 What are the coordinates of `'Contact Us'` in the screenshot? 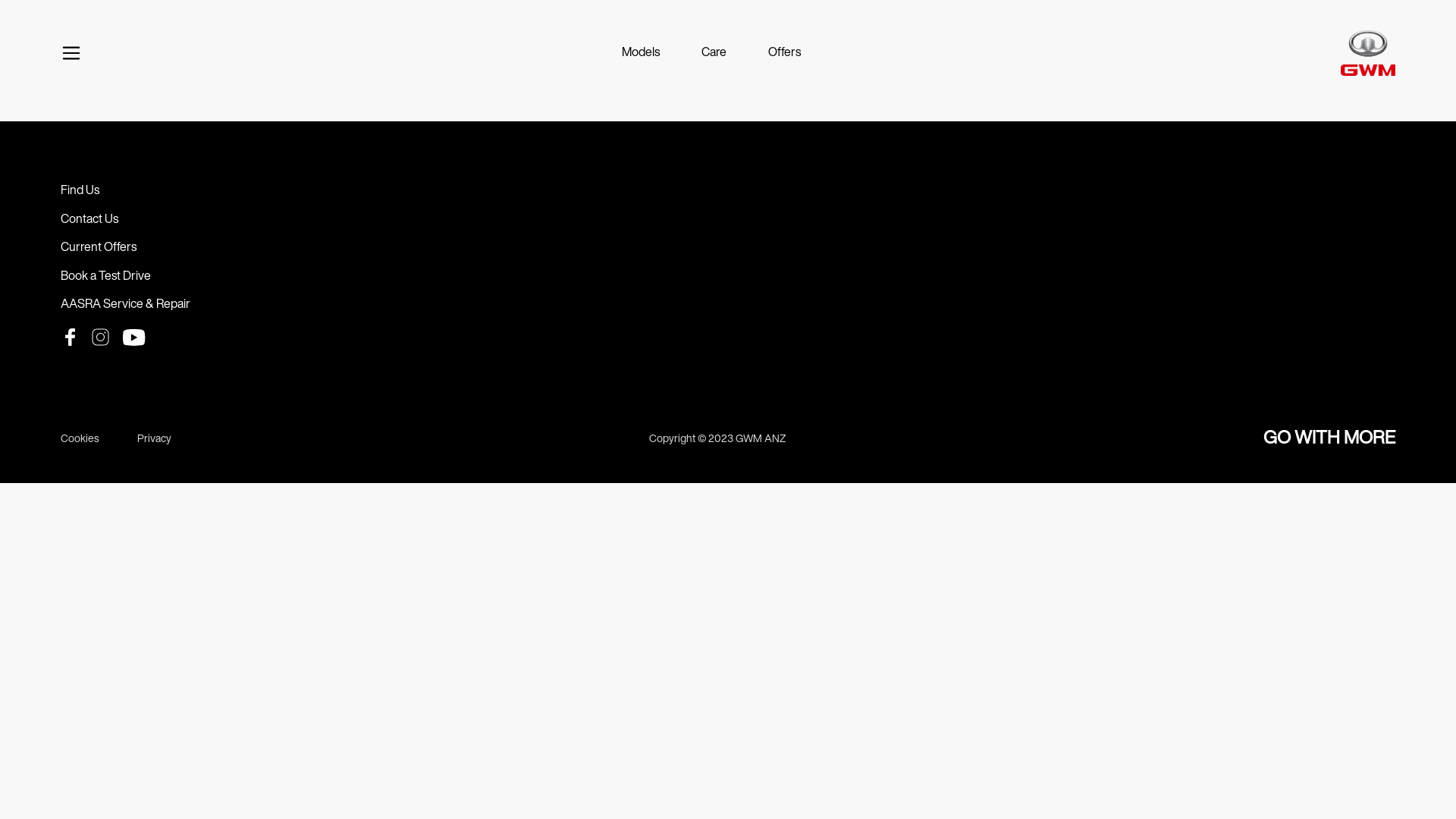 It's located at (89, 219).